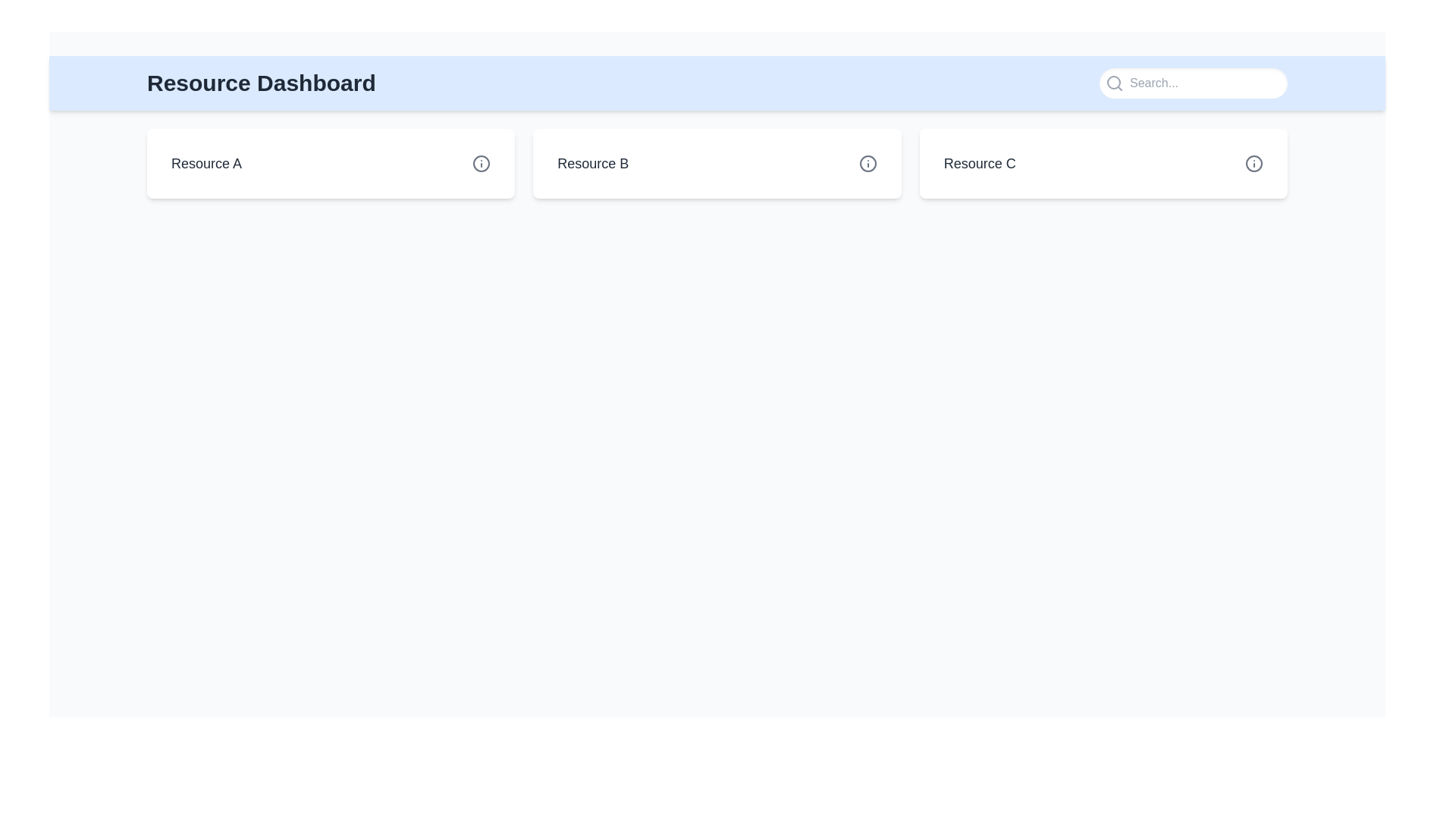 Image resolution: width=1456 pixels, height=819 pixels. What do you see at coordinates (1114, 83) in the screenshot?
I see `the gray magnifying glass icon with a circular frame and handle, located at the left side of the rounded search bar near the upper right corner of the interface` at bounding box center [1114, 83].